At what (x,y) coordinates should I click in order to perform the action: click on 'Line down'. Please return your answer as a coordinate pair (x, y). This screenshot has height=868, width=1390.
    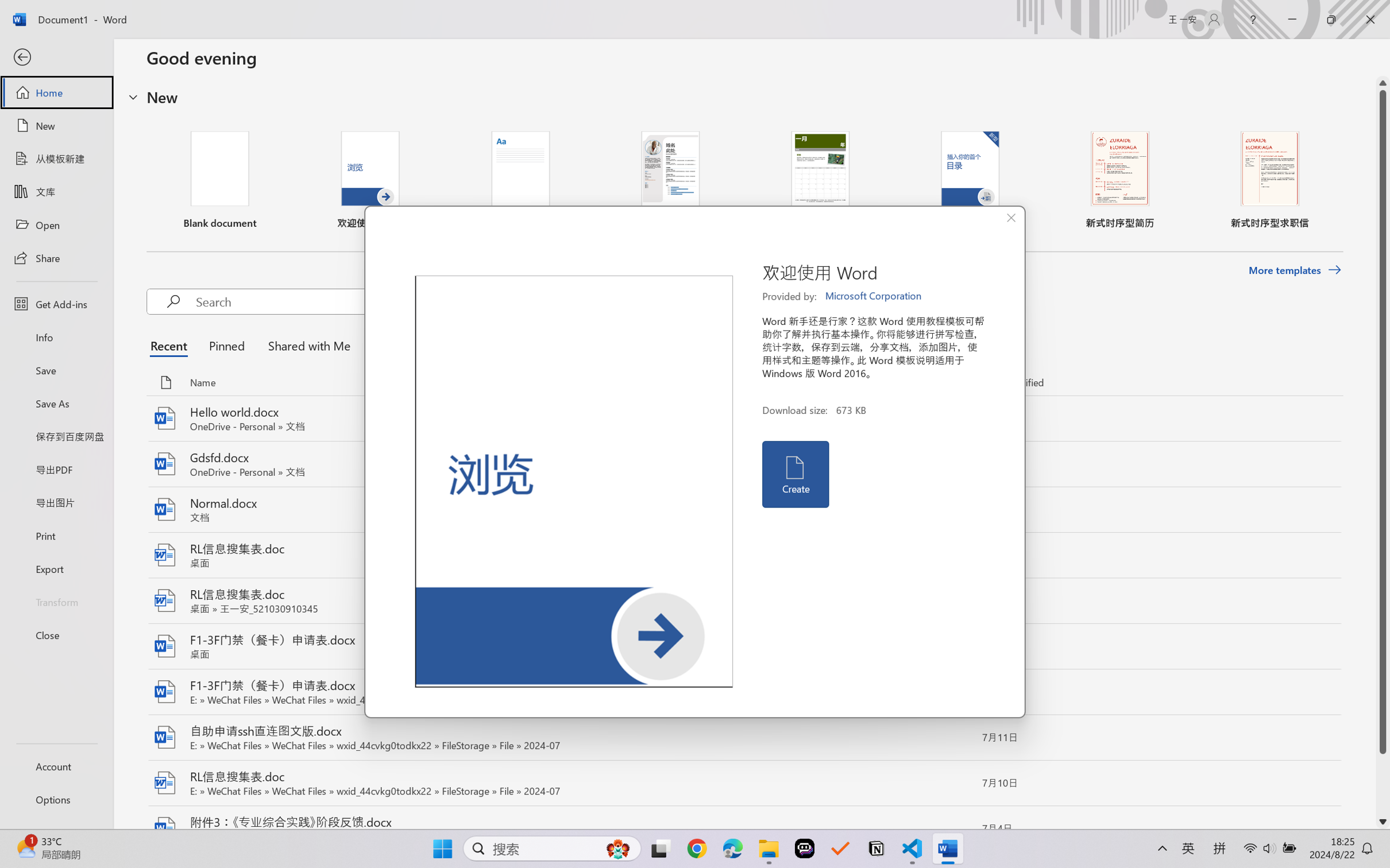
    Looking at the image, I should click on (1383, 822).